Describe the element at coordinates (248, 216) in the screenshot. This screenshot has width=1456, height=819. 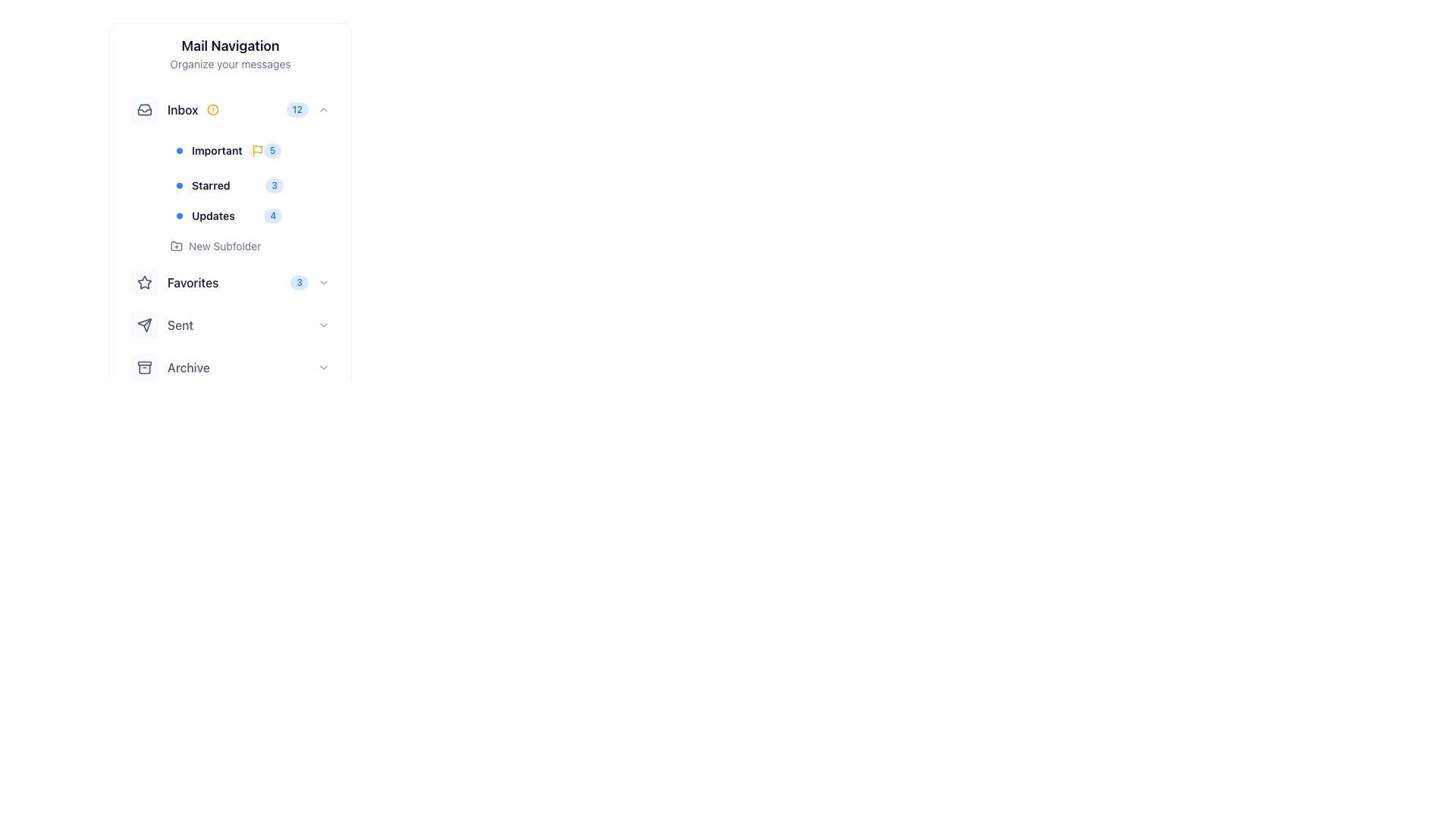
I see `the 'Updates' list item in the sidebar, which is the third row under the 'Inbox' section and contains a blue circular badge with the number '4'` at that location.